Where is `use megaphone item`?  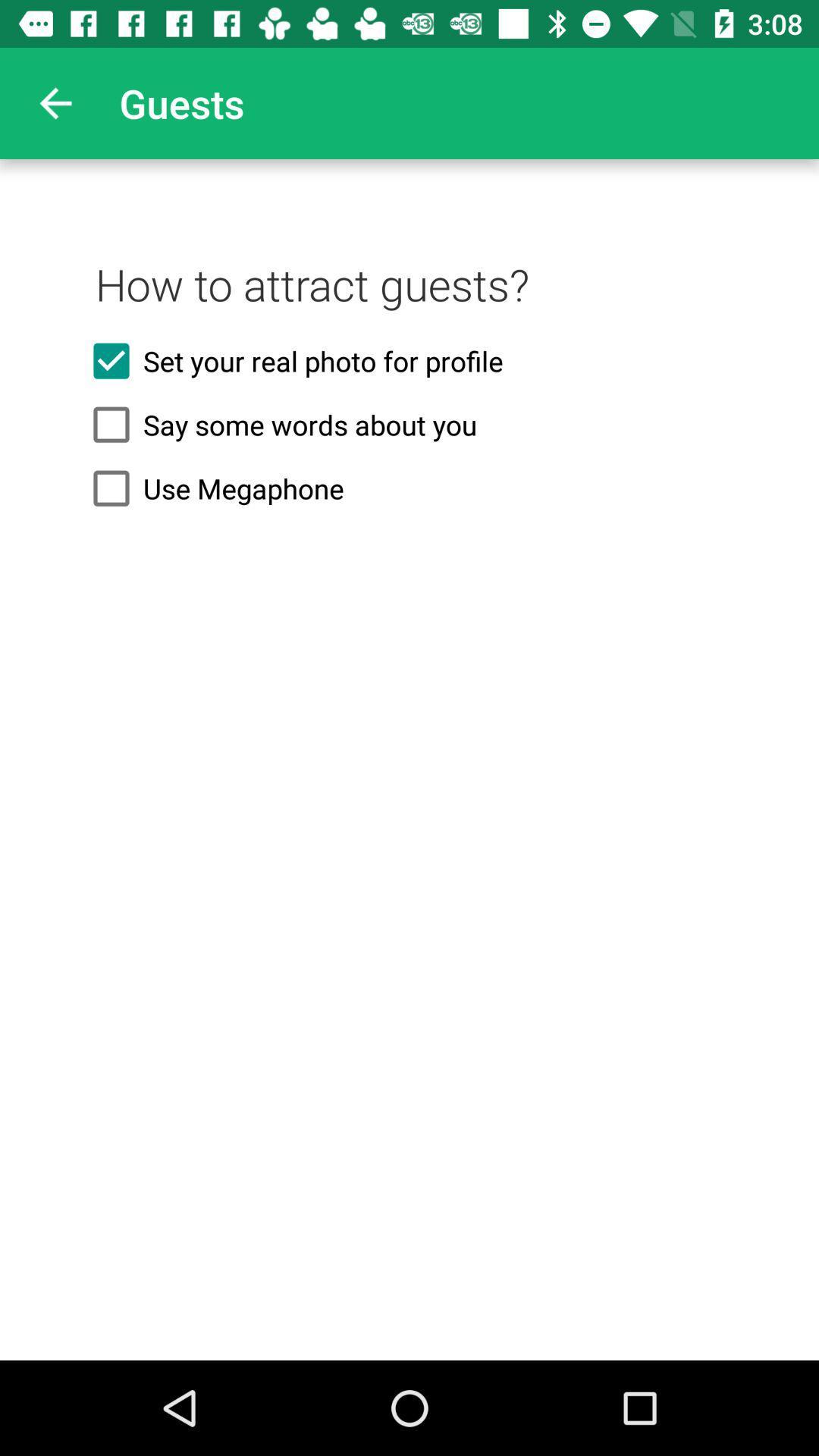 use megaphone item is located at coordinates (409, 488).